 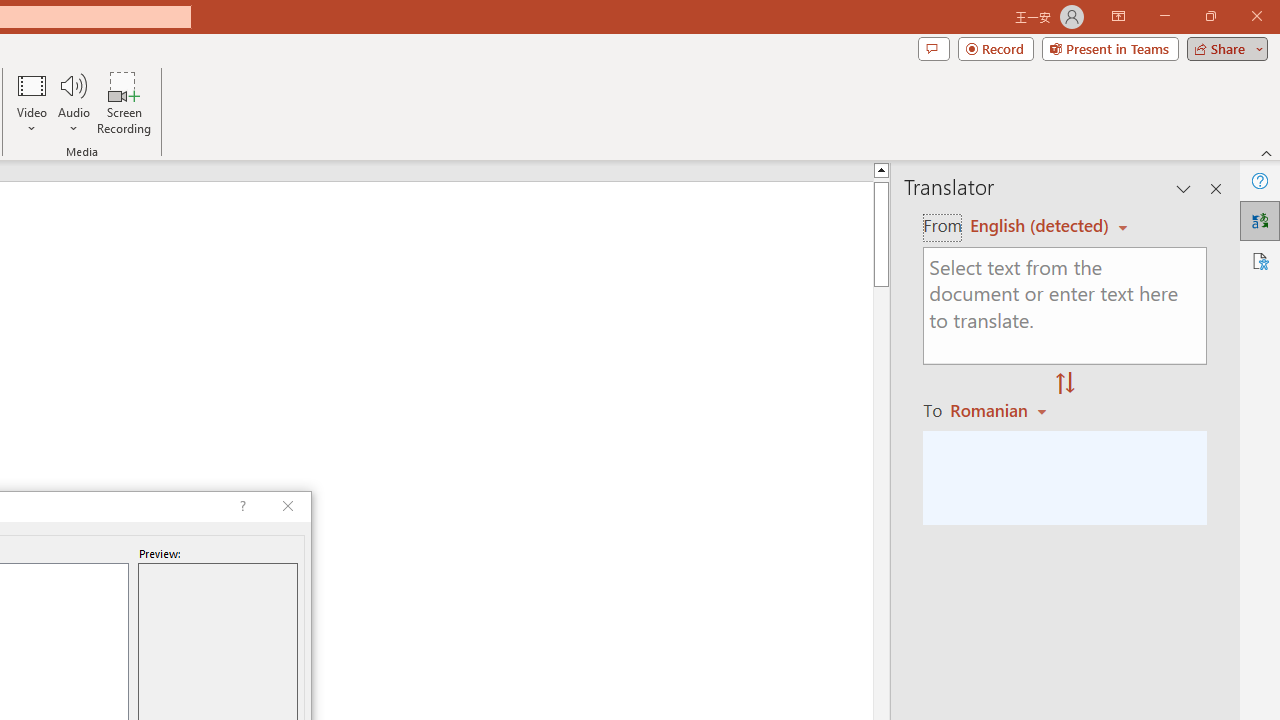 What do you see at coordinates (1040, 225) in the screenshot?
I see `'Czech (detected)'` at bounding box center [1040, 225].